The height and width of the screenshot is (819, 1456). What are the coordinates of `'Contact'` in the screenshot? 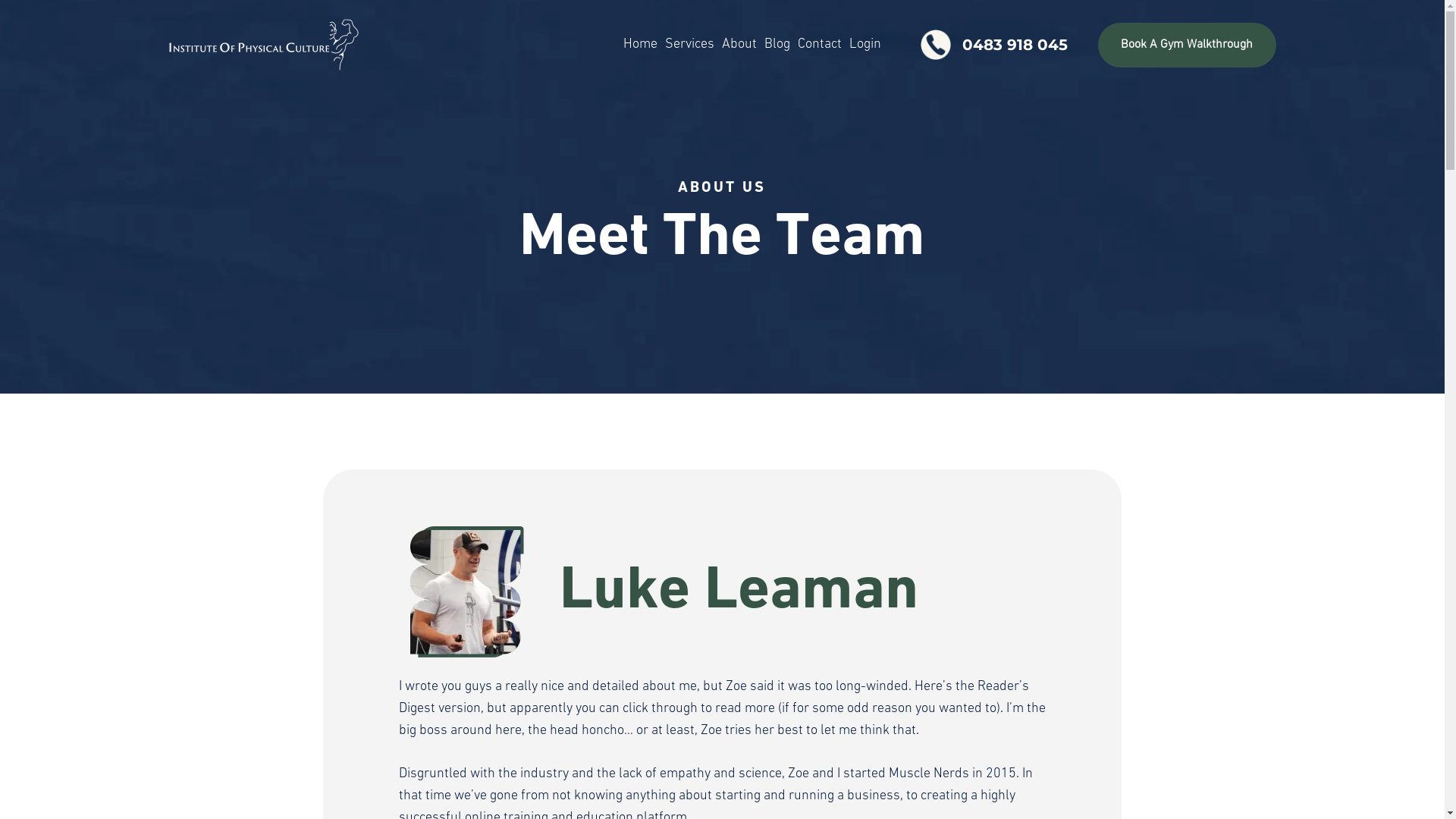 It's located at (818, 43).